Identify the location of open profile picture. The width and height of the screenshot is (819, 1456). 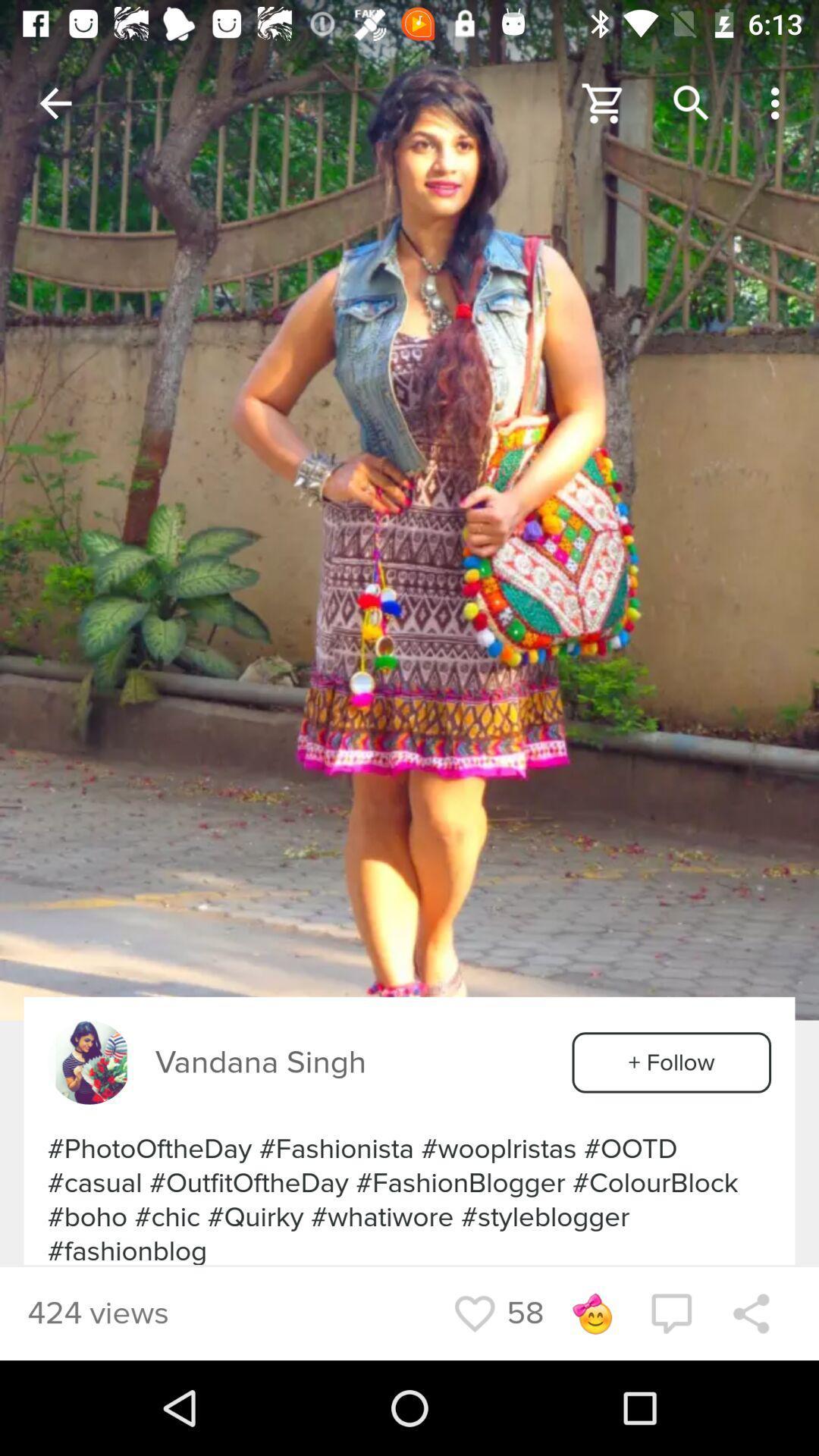
(89, 1062).